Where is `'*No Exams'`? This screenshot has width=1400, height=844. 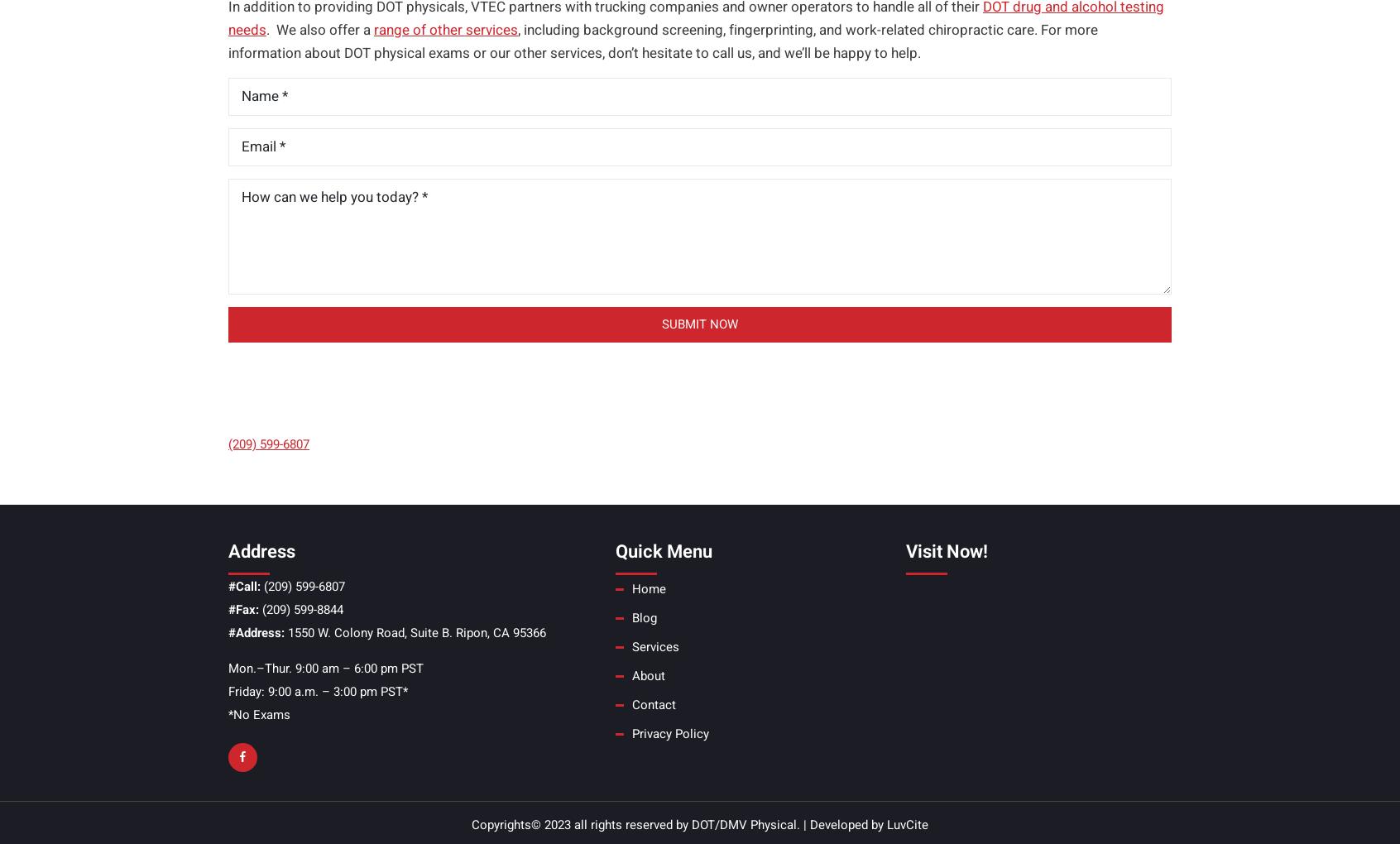 '*No Exams' is located at coordinates (258, 713).